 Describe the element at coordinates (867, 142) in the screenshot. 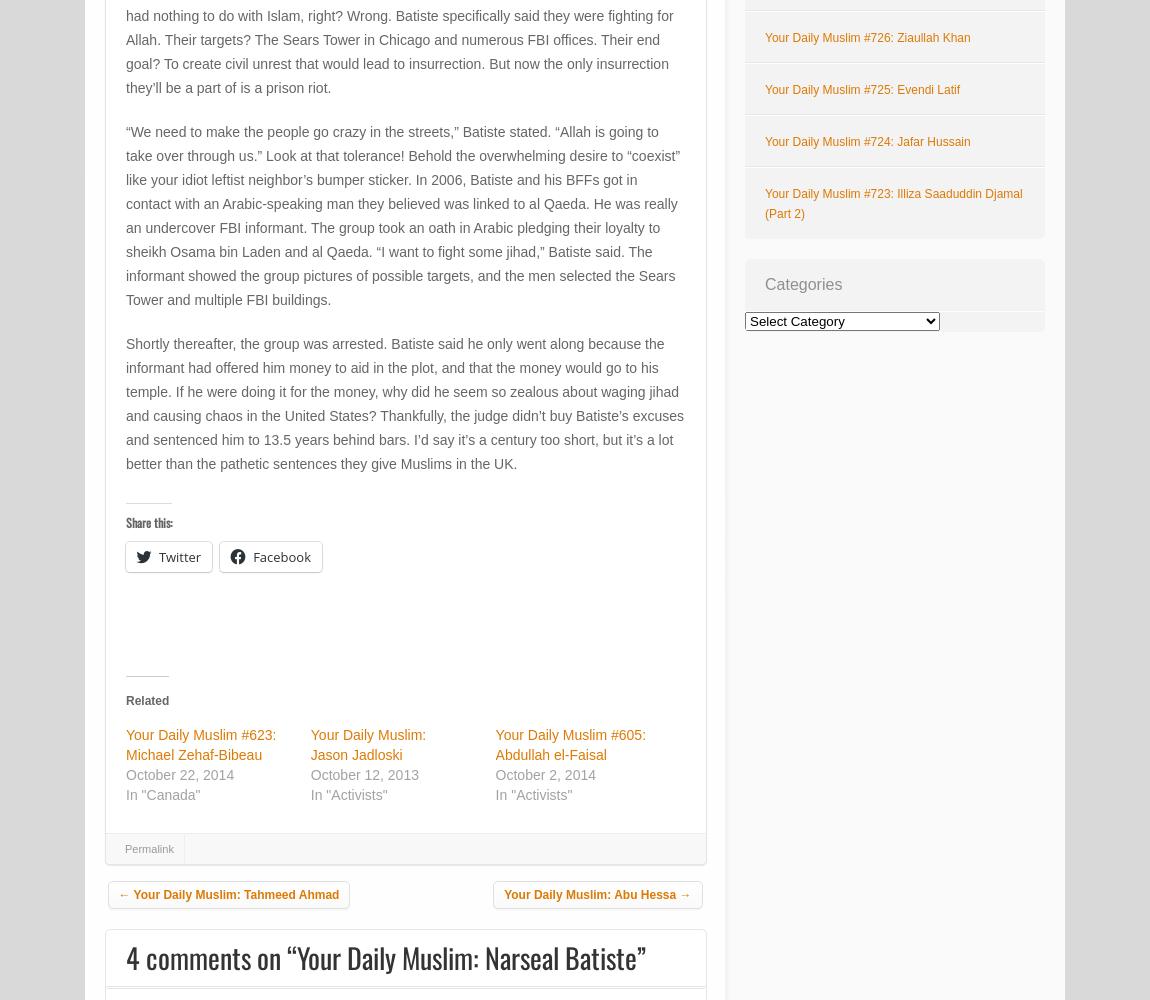

I see `'Your Daily Muslim #724: Jafar Hussain'` at that location.